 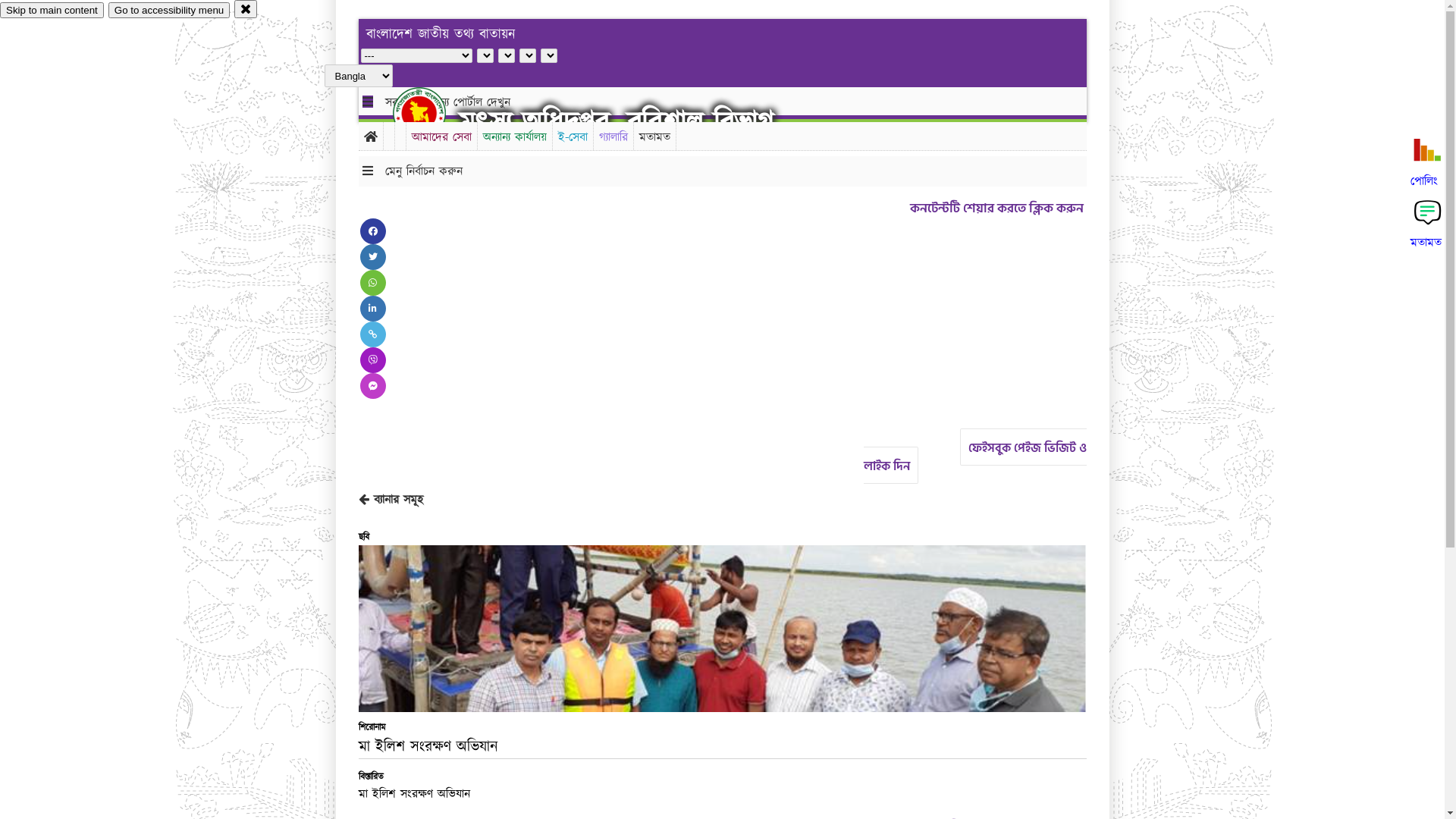 I want to click on 'Go to accessibility menu', so click(x=168, y=10).